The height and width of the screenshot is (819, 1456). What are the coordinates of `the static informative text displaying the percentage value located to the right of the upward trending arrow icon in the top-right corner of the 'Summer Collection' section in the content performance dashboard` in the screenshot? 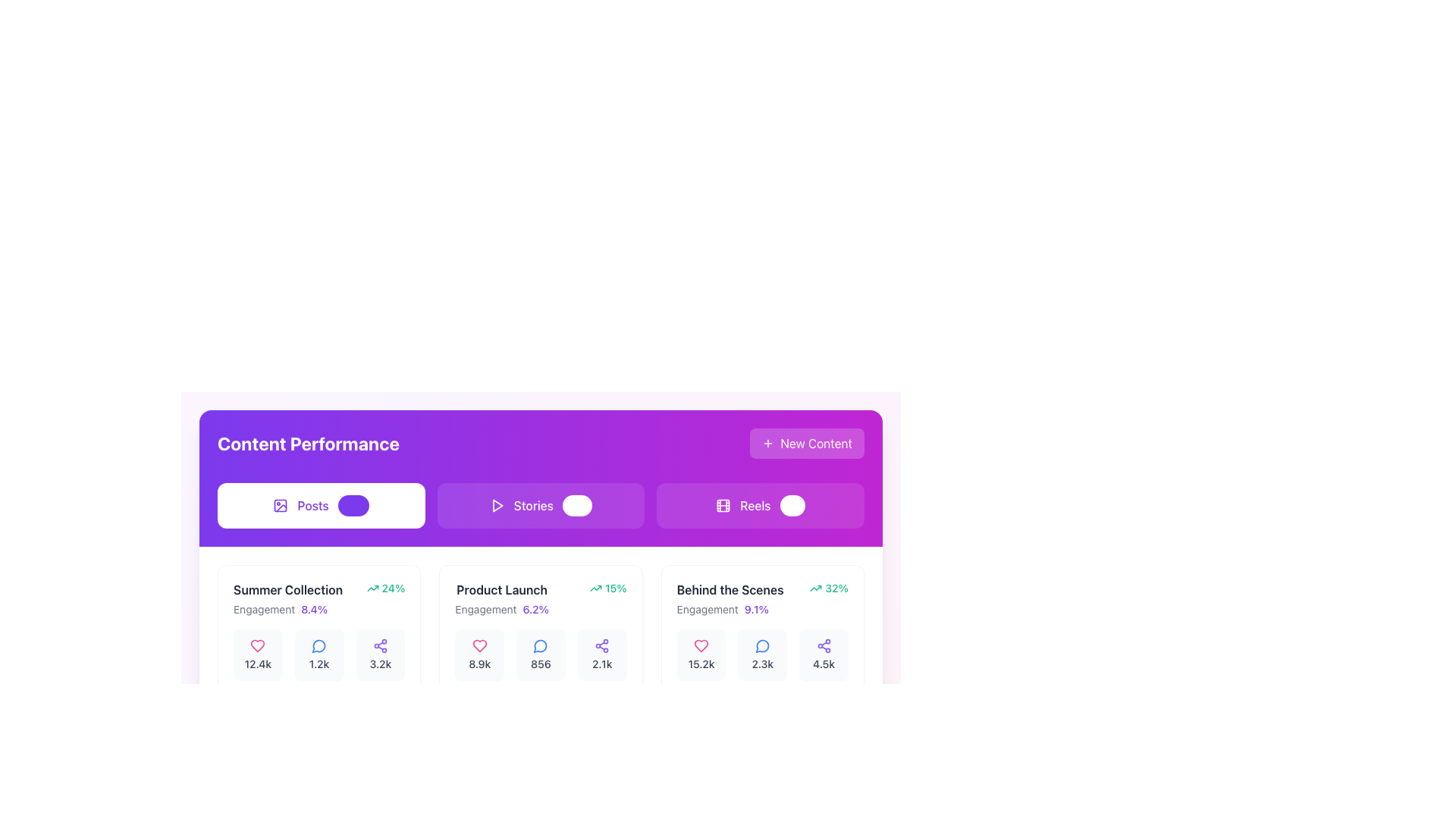 It's located at (393, 587).